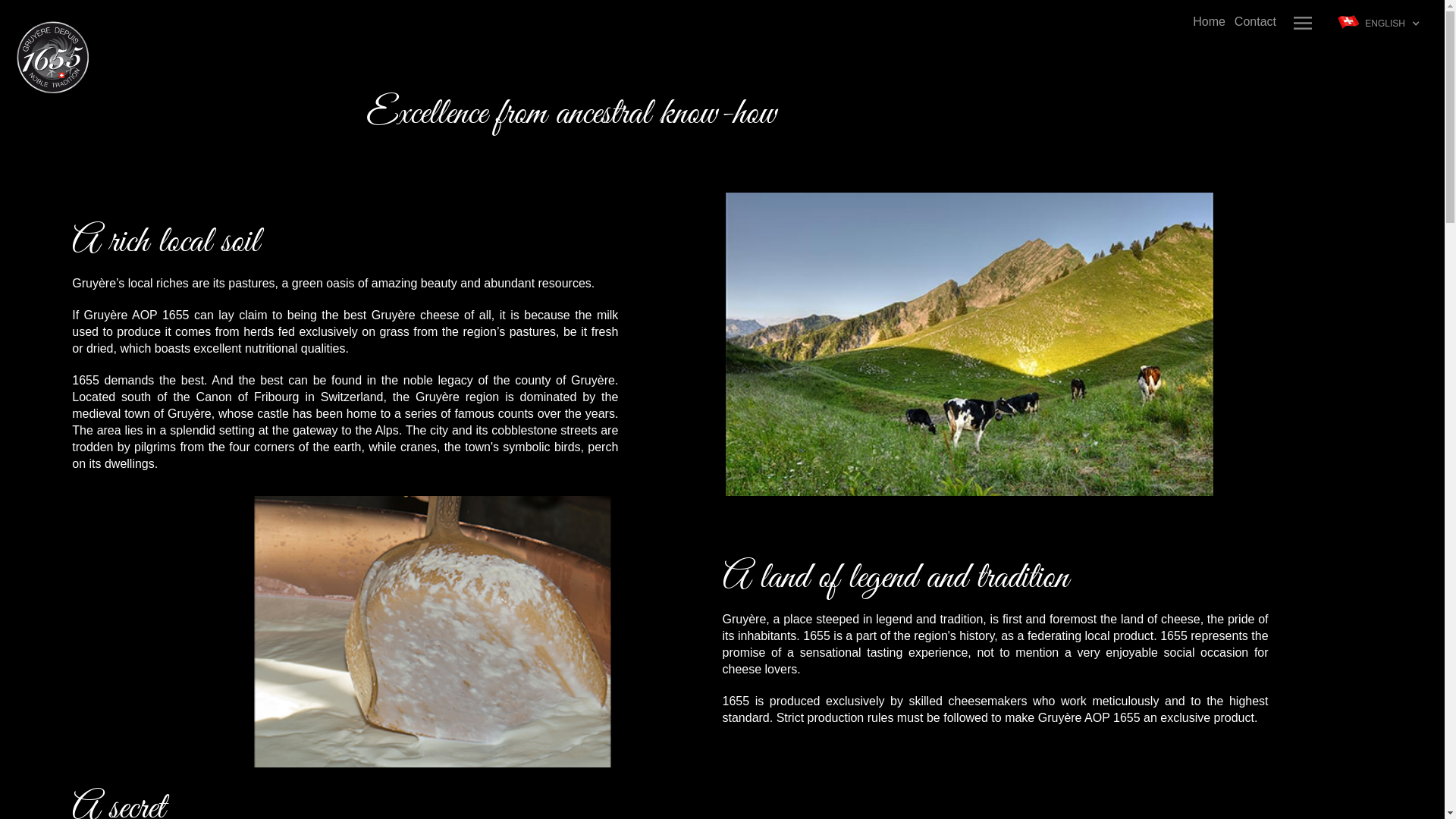 The image size is (1456, 819). What do you see at coordinates (1208, 22) in the screenshot?
I see `'Home'` at bounding box center [1208, 22].